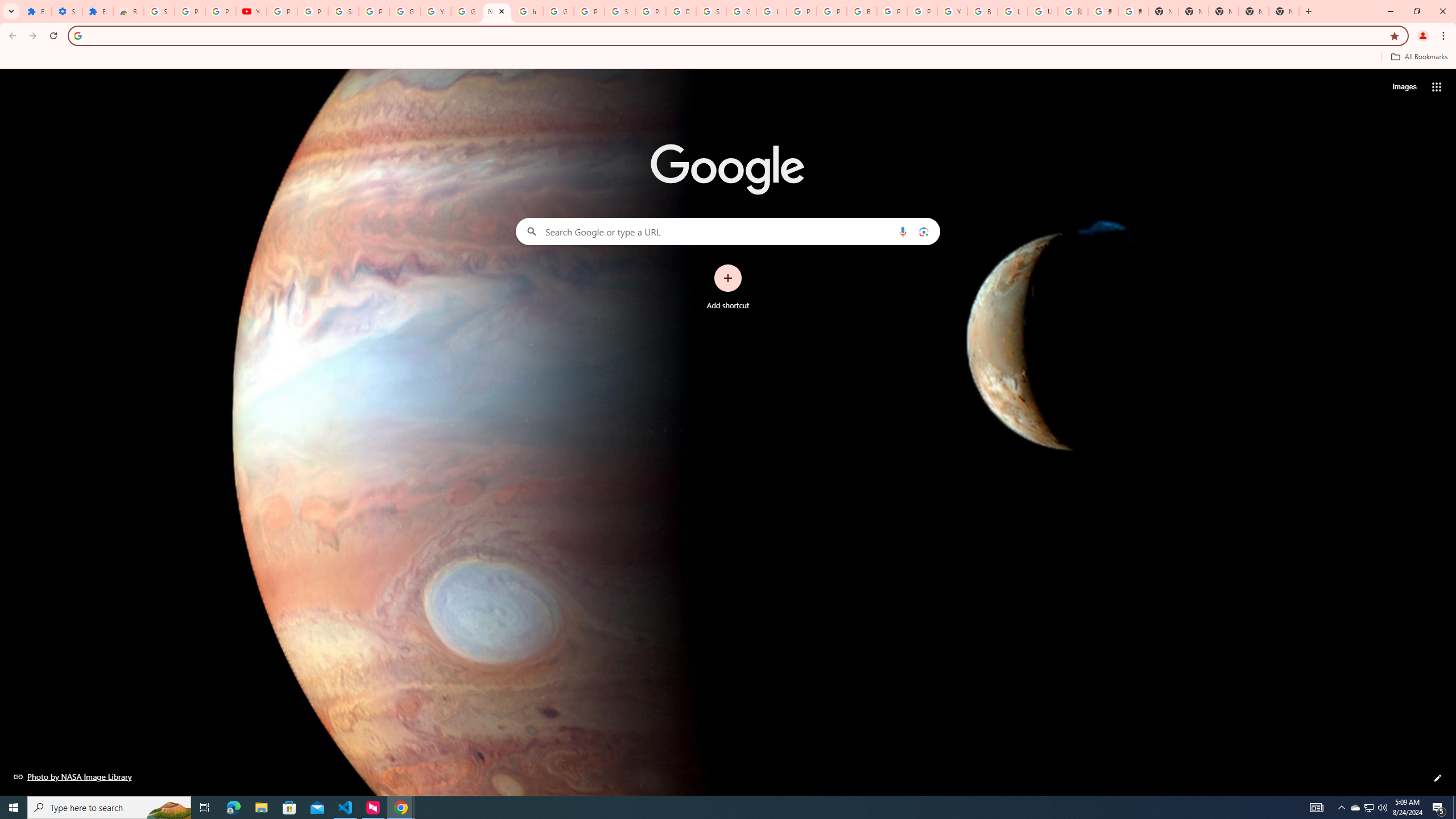  Describe the element at coordinates (728, 230) in the screenshot. I see `'Search Google or type a URL'` at that location.